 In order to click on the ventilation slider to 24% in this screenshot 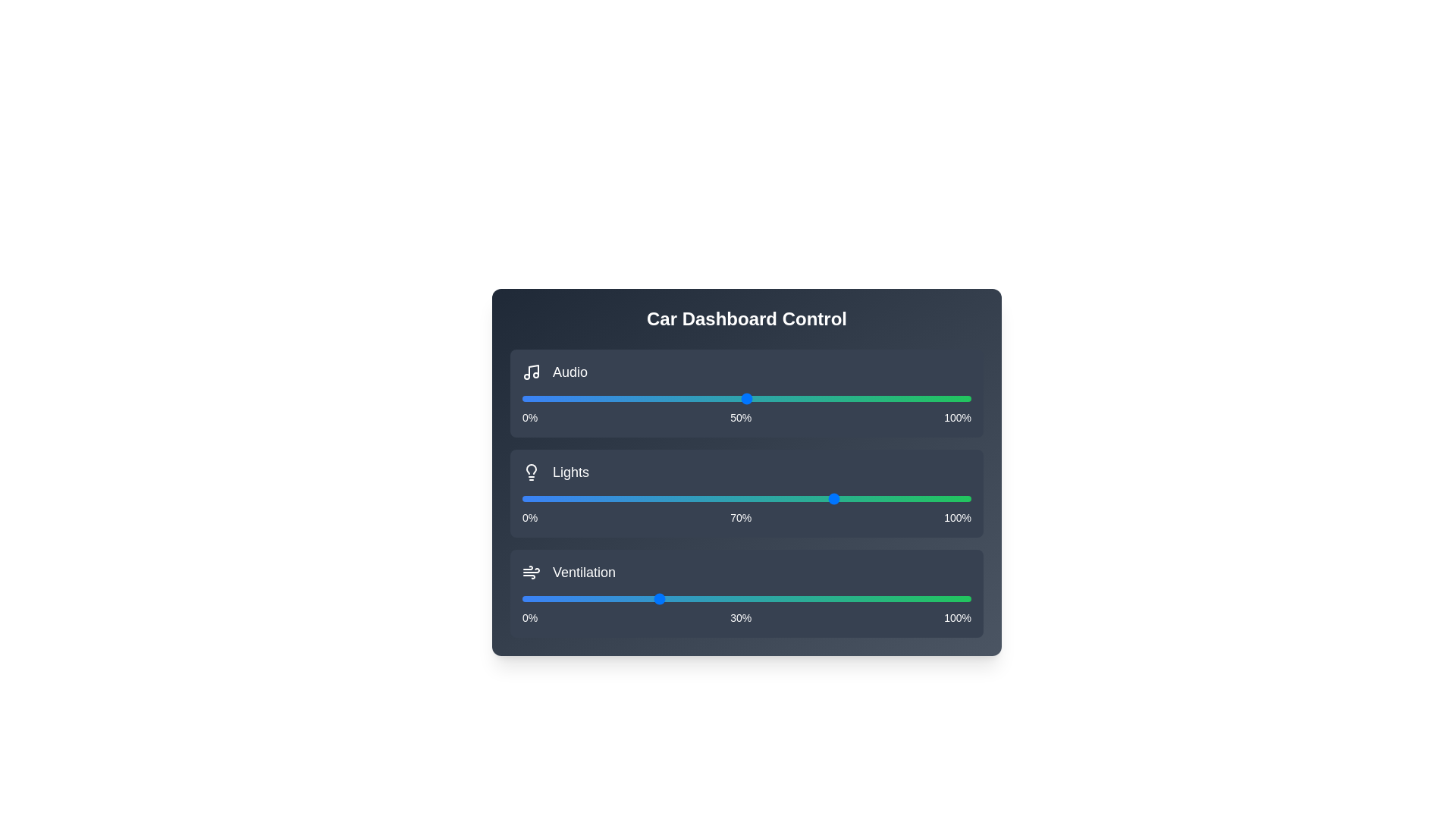, I will do `click(630, 598)`.